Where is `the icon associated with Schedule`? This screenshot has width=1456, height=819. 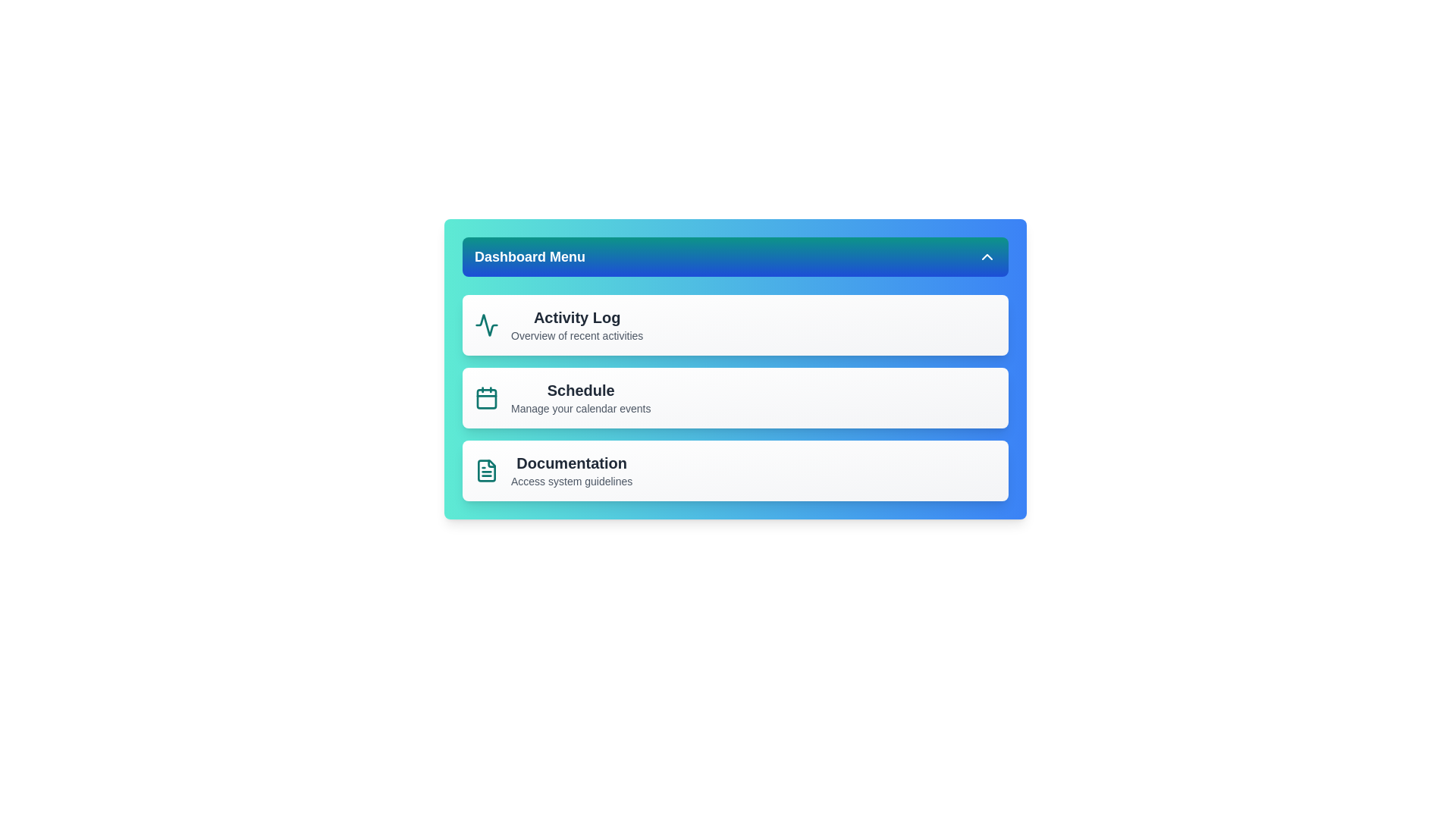
the icon associated with Schedule is located at coordinates (487, 397).